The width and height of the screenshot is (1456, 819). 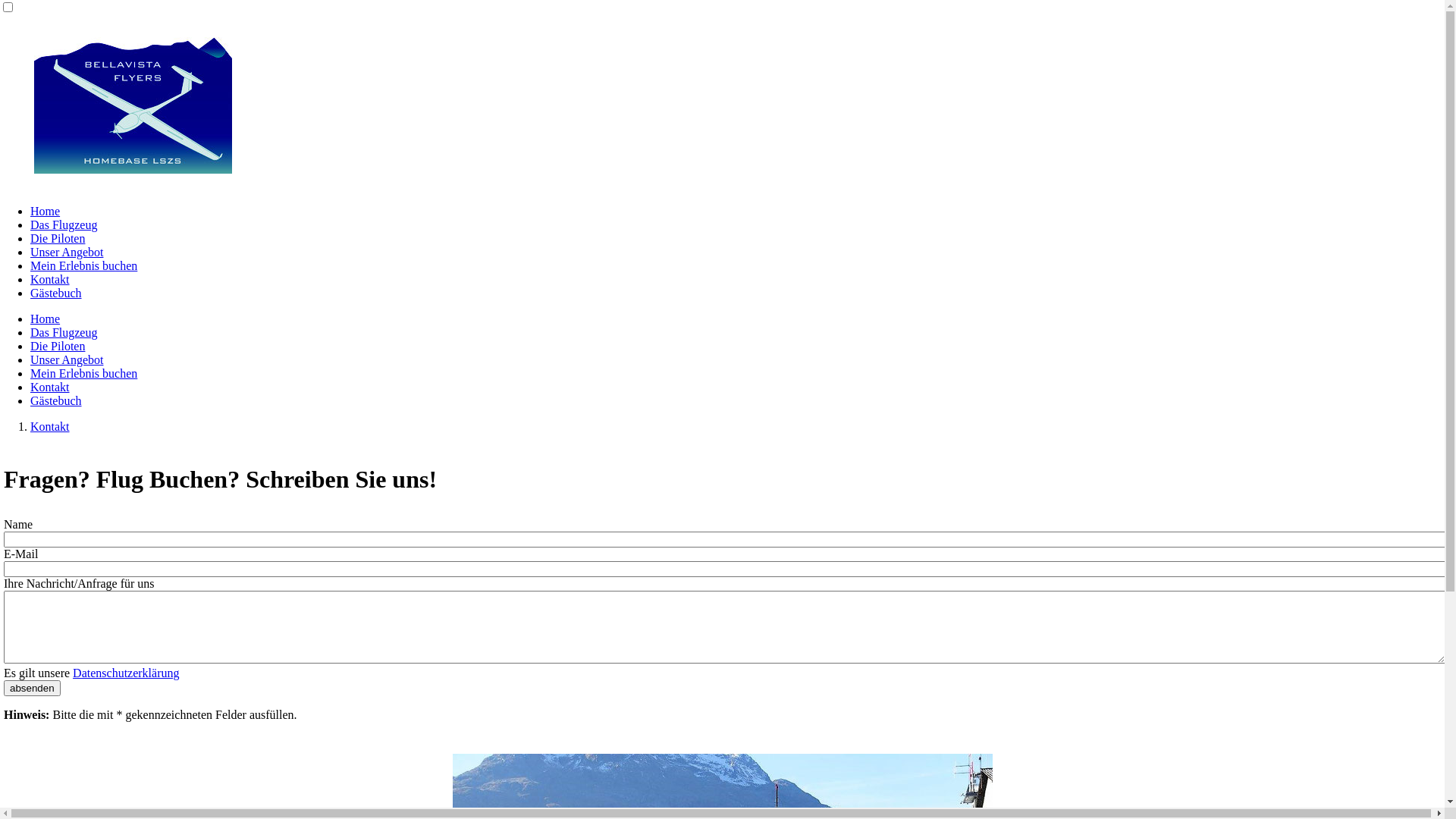 I want to click on 'Die Piloten', so click(x=58, y=346).